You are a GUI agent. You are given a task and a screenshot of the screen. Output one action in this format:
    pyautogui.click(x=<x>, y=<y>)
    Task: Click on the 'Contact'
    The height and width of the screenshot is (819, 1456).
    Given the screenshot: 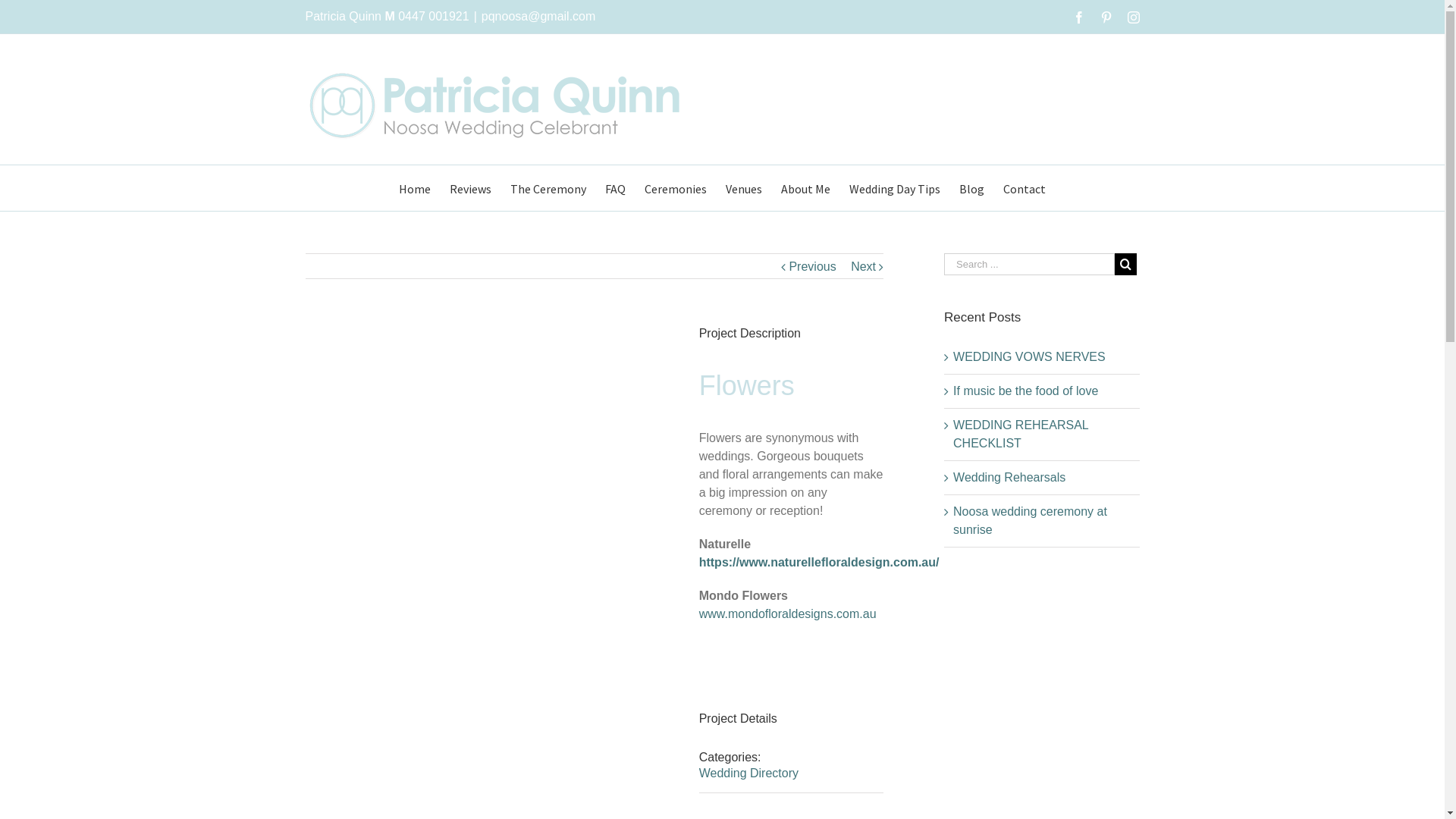 What is the action you would take?
    pyautogui.click(x=1003, y=187)
    